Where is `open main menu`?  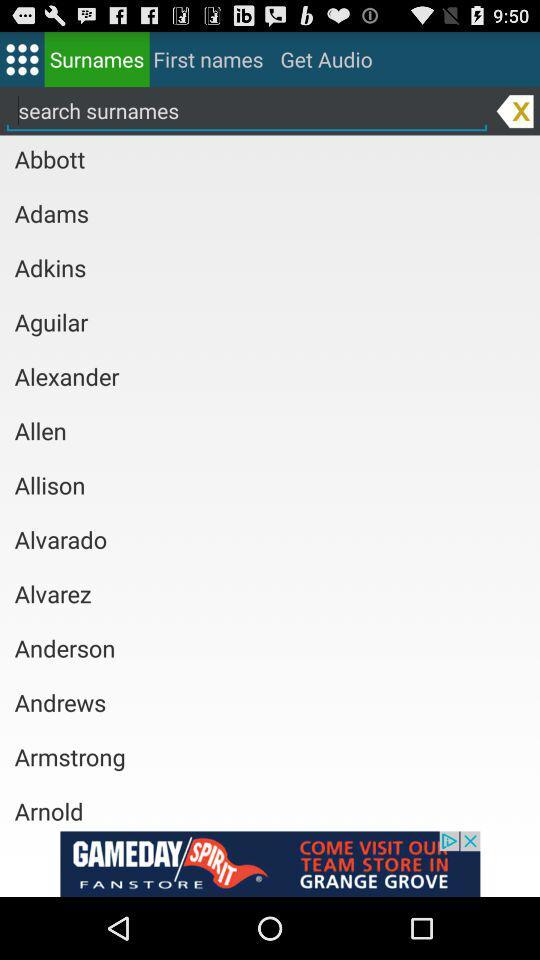
open main menu is located at coordinates (21, 58).